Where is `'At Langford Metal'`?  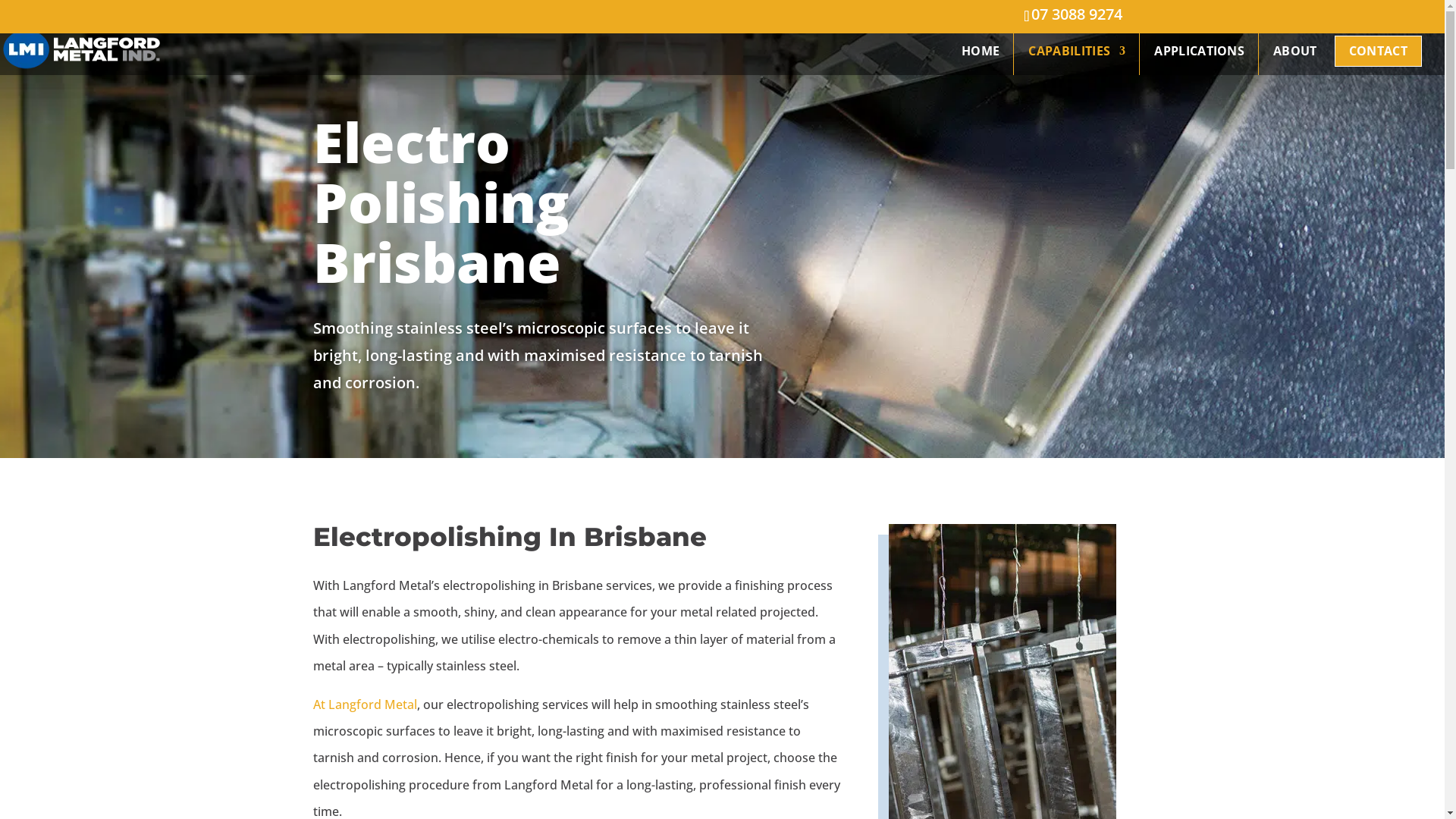
'At Langford Metal' is located at coordinates (364, 704).